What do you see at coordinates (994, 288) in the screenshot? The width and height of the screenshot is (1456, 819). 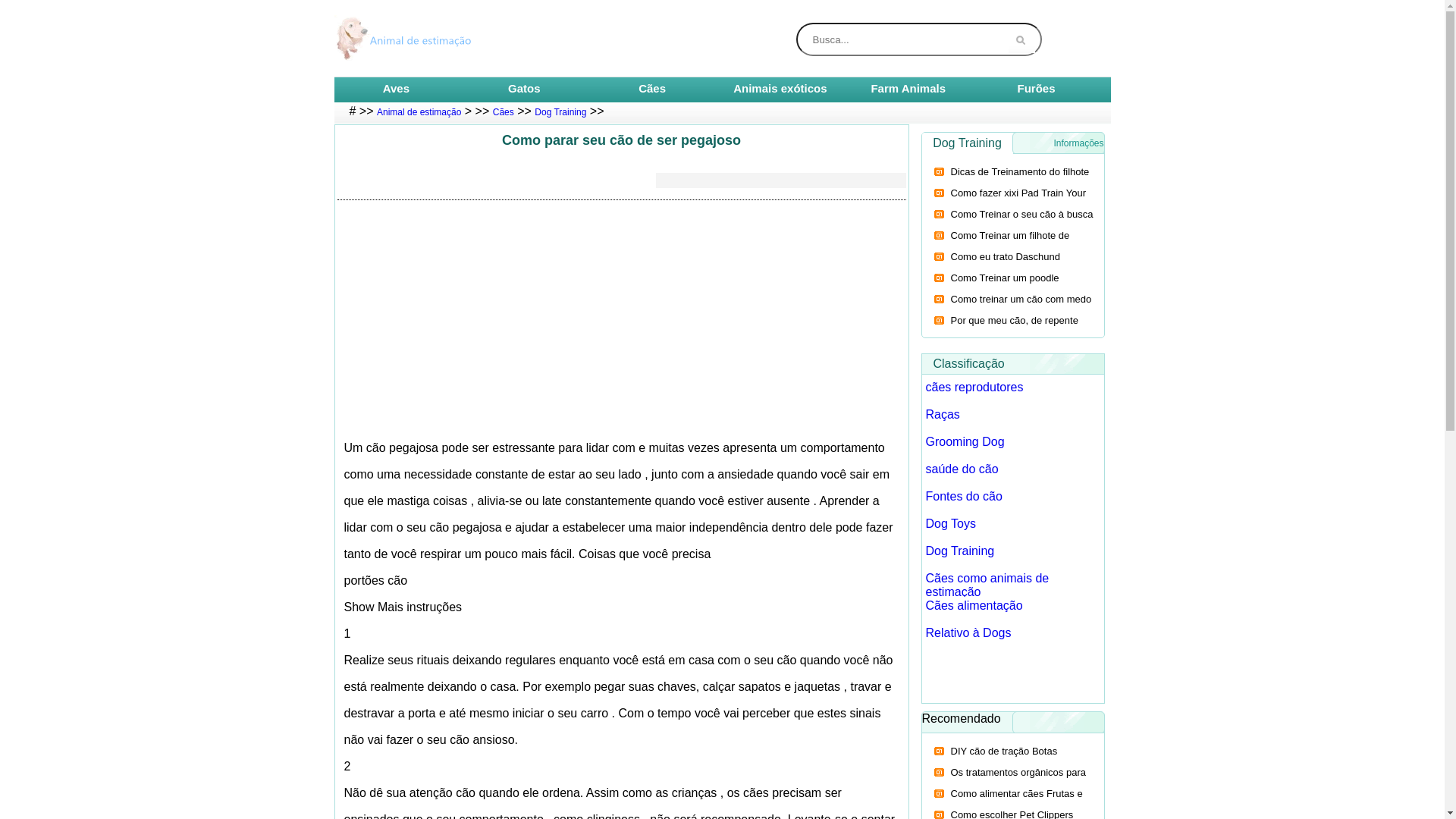 I see `'Como Treinar um poodle miniatura para Sentada'` at bounding box center [994, 288].